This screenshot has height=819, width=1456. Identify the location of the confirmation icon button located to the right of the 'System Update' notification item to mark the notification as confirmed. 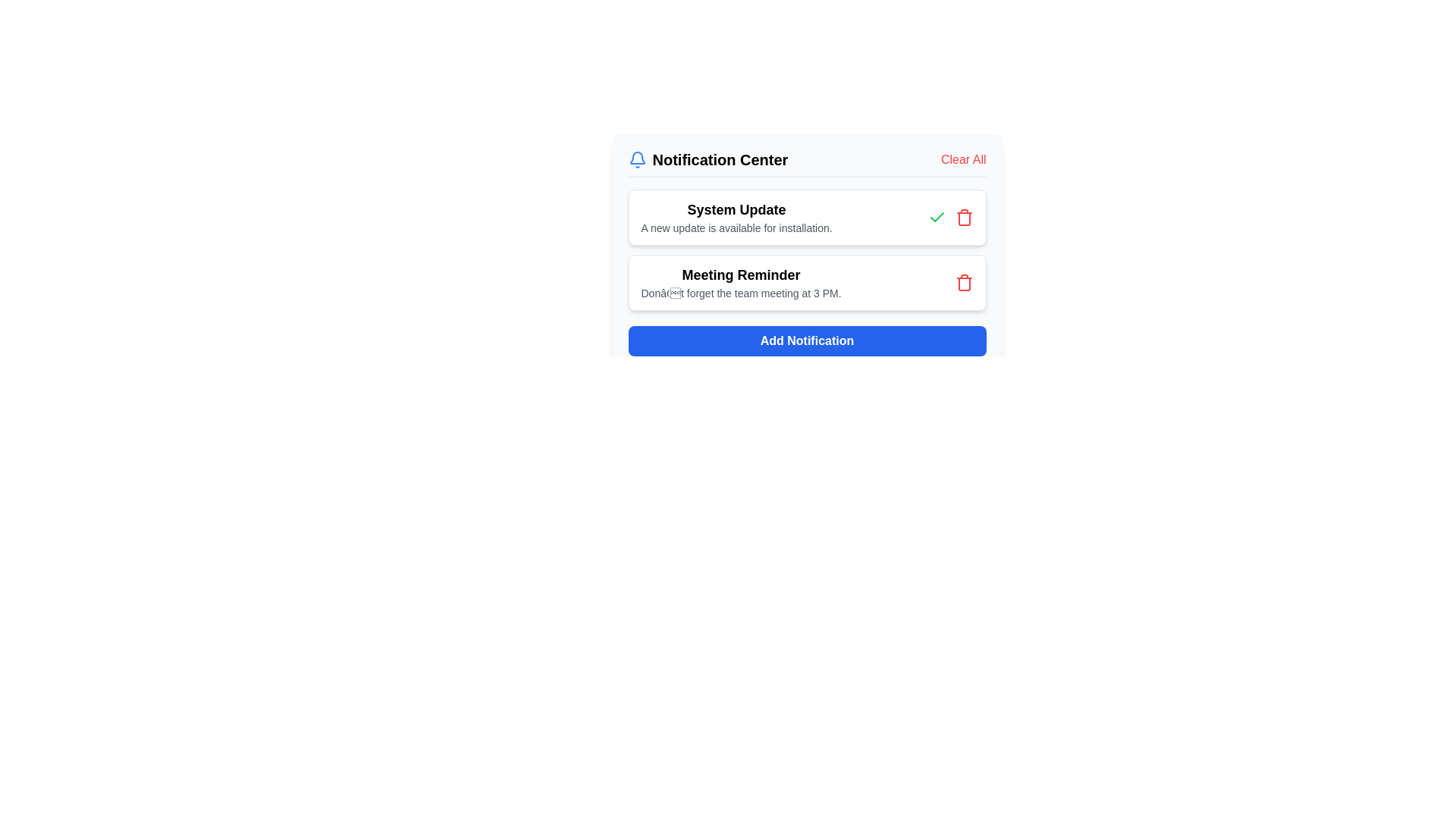
(936, 217).